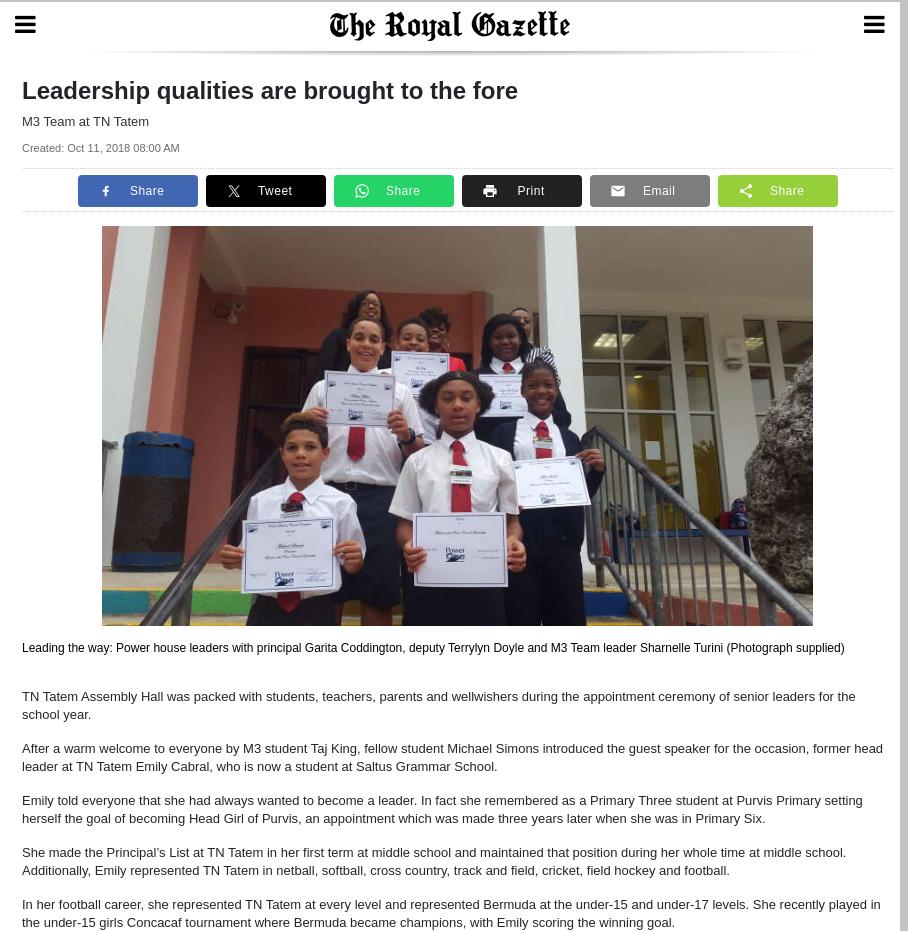  What do you see at coordinates (438, 703) in the screenshot?
I see `'TN Tatem Assembly Hall was packed with students, teachers, parents and wellwishers during the appointment ceremony of senior leaders for the school year.'` at bounding box center [438, 703].